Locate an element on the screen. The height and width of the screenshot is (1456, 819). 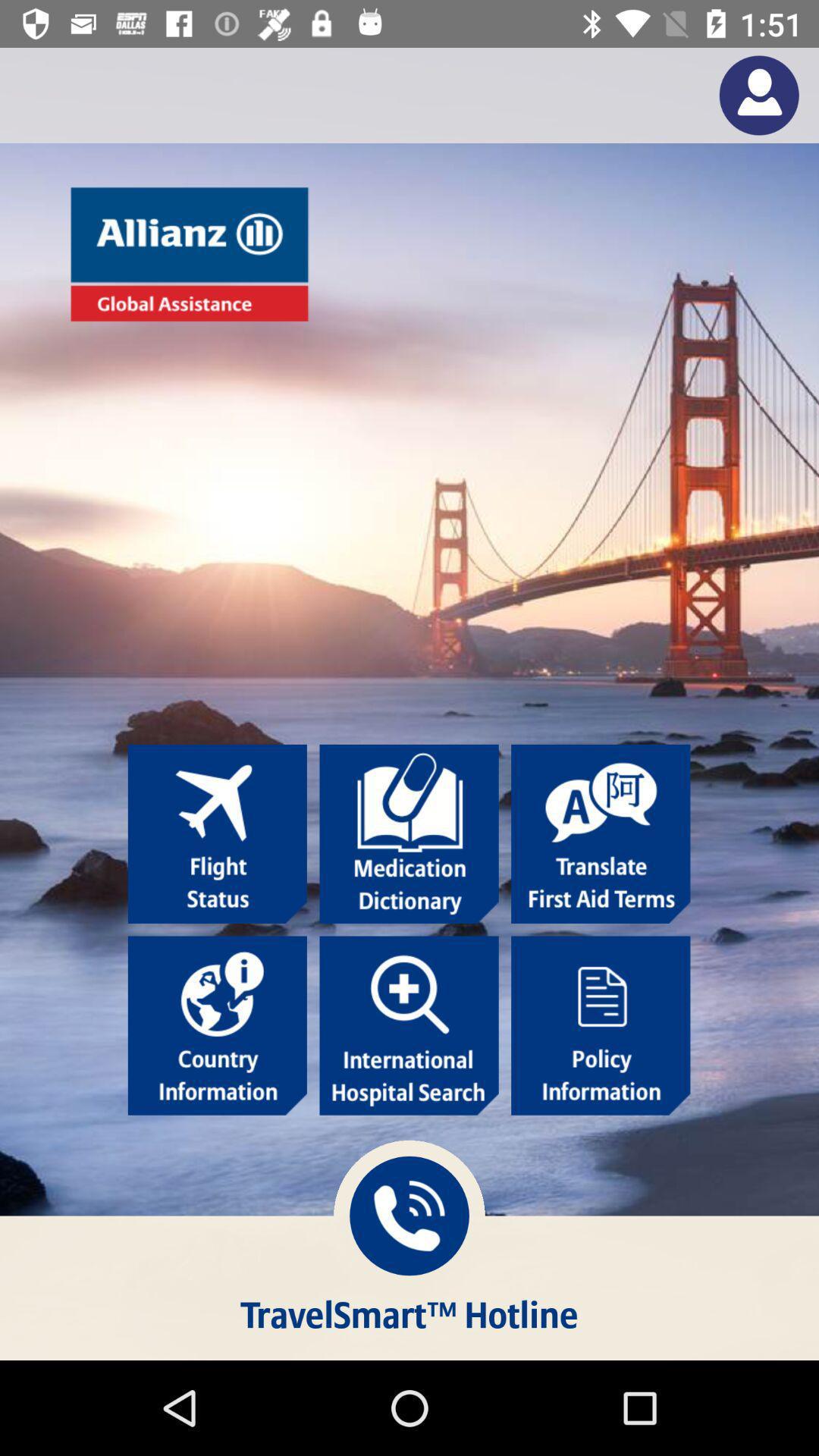
open fligh statusa is located at coordinates (217, 833).